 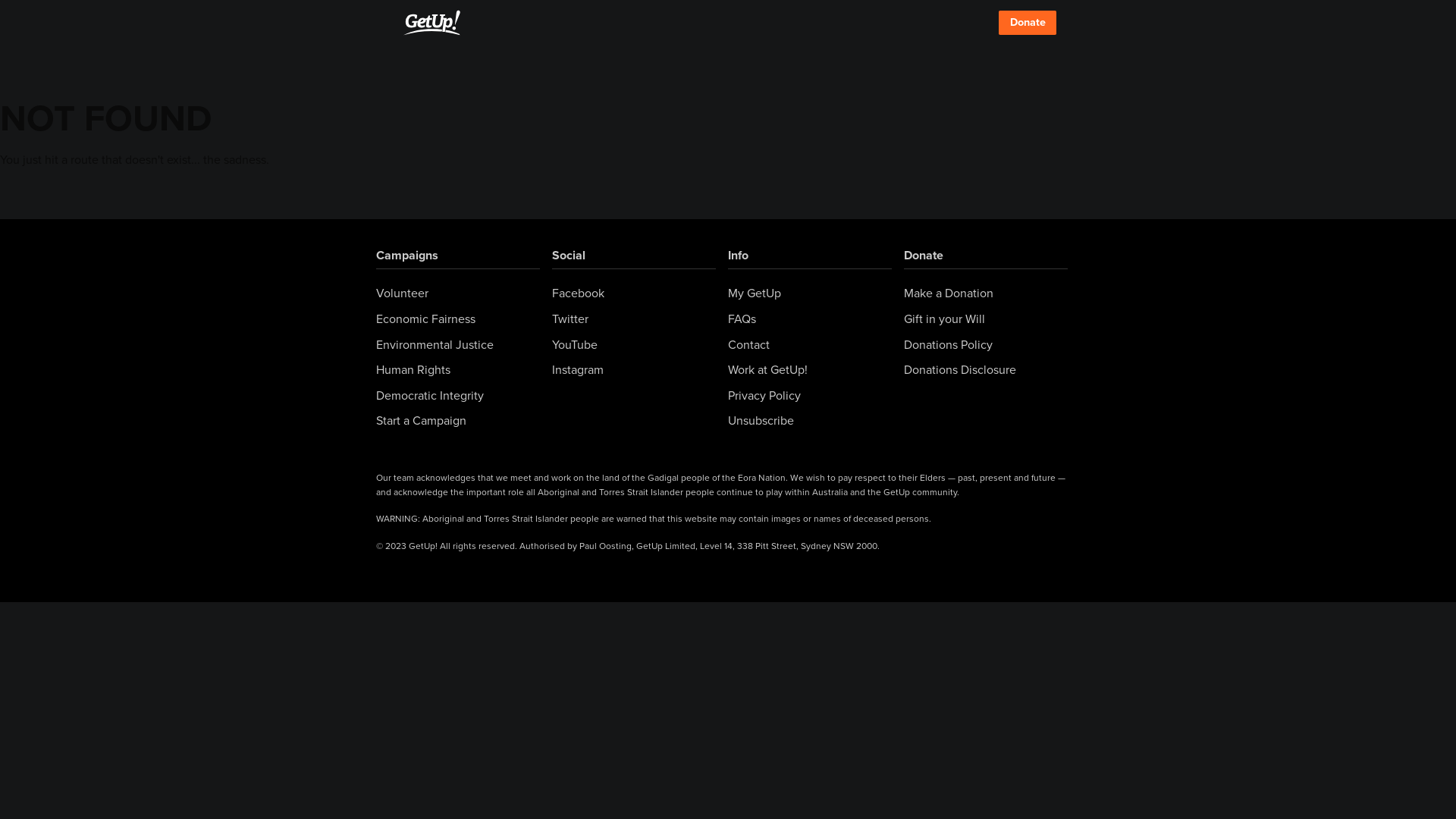 I want to click on 'Democratic Integrity', so click(x=428, y=394).